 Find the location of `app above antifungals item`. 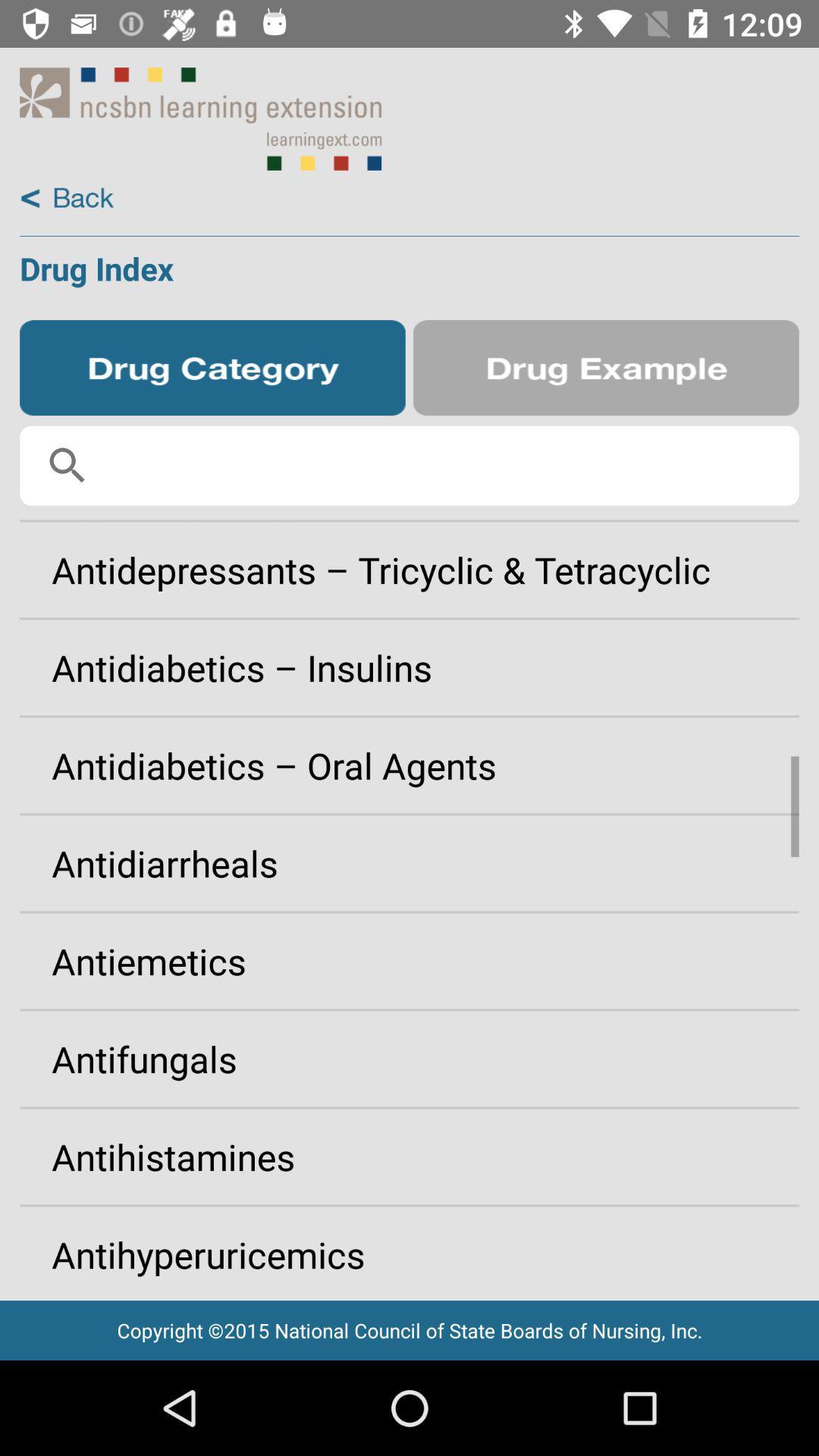

app above antifungals item is located at coordinates (409, 960).